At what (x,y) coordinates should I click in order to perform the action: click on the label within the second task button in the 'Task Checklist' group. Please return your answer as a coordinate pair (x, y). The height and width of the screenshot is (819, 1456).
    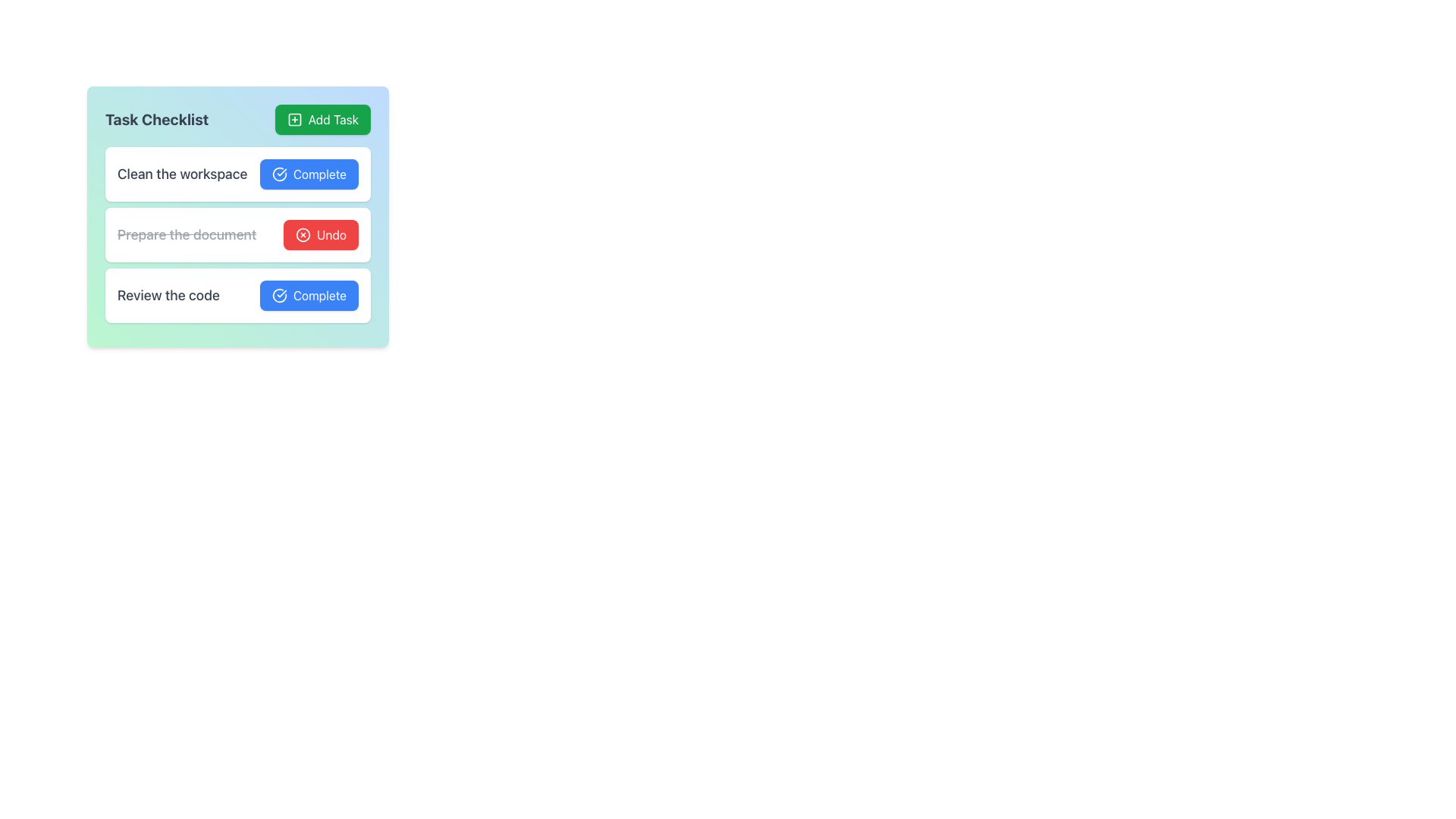
    Looking at the image, I should click on (319, 174).